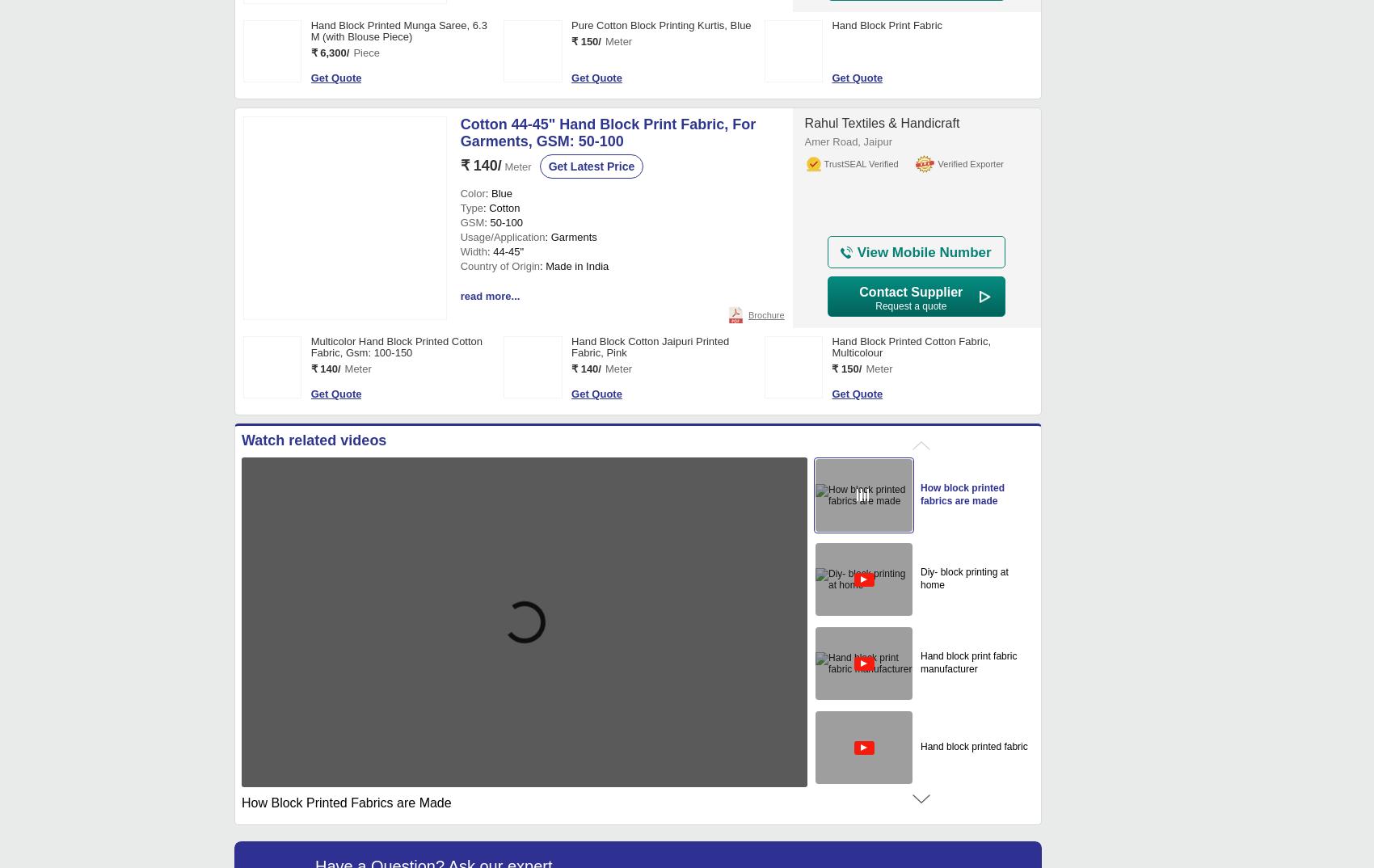 Image resolution: width=1374 pixels, height=868 pixels. I want to click on '₹ 6,300/', so click(329, 53).